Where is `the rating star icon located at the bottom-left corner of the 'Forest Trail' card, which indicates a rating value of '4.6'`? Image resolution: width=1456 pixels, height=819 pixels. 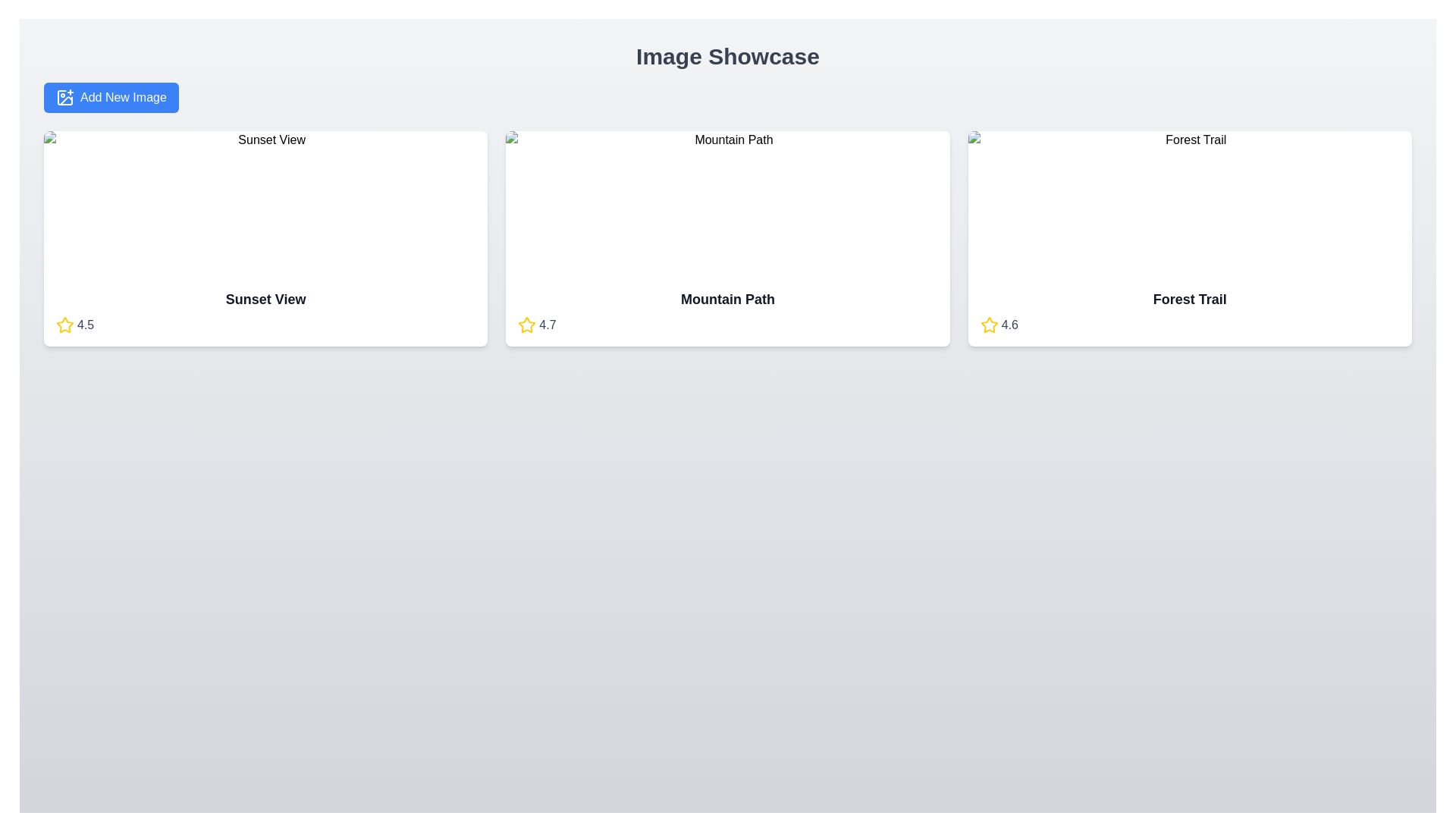
the rating star icon located at the bottom-left corner of the 'Forest Trail' card, which indicates a rating value of '4.6' is located at coordinates (989, 324).